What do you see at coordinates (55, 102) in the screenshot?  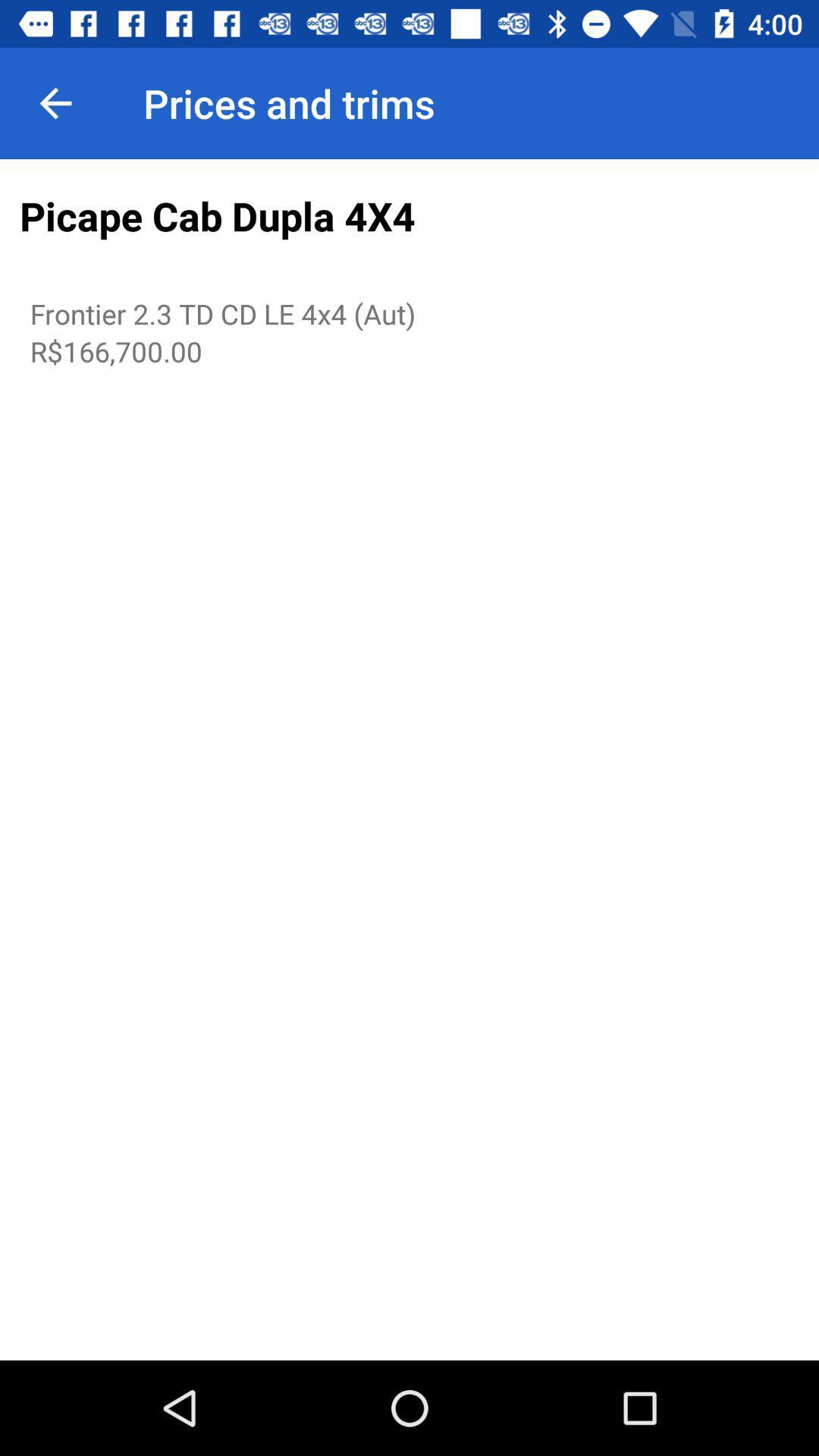 I see `the item to the left of the prices and trims` at bounding box center [55, 102].